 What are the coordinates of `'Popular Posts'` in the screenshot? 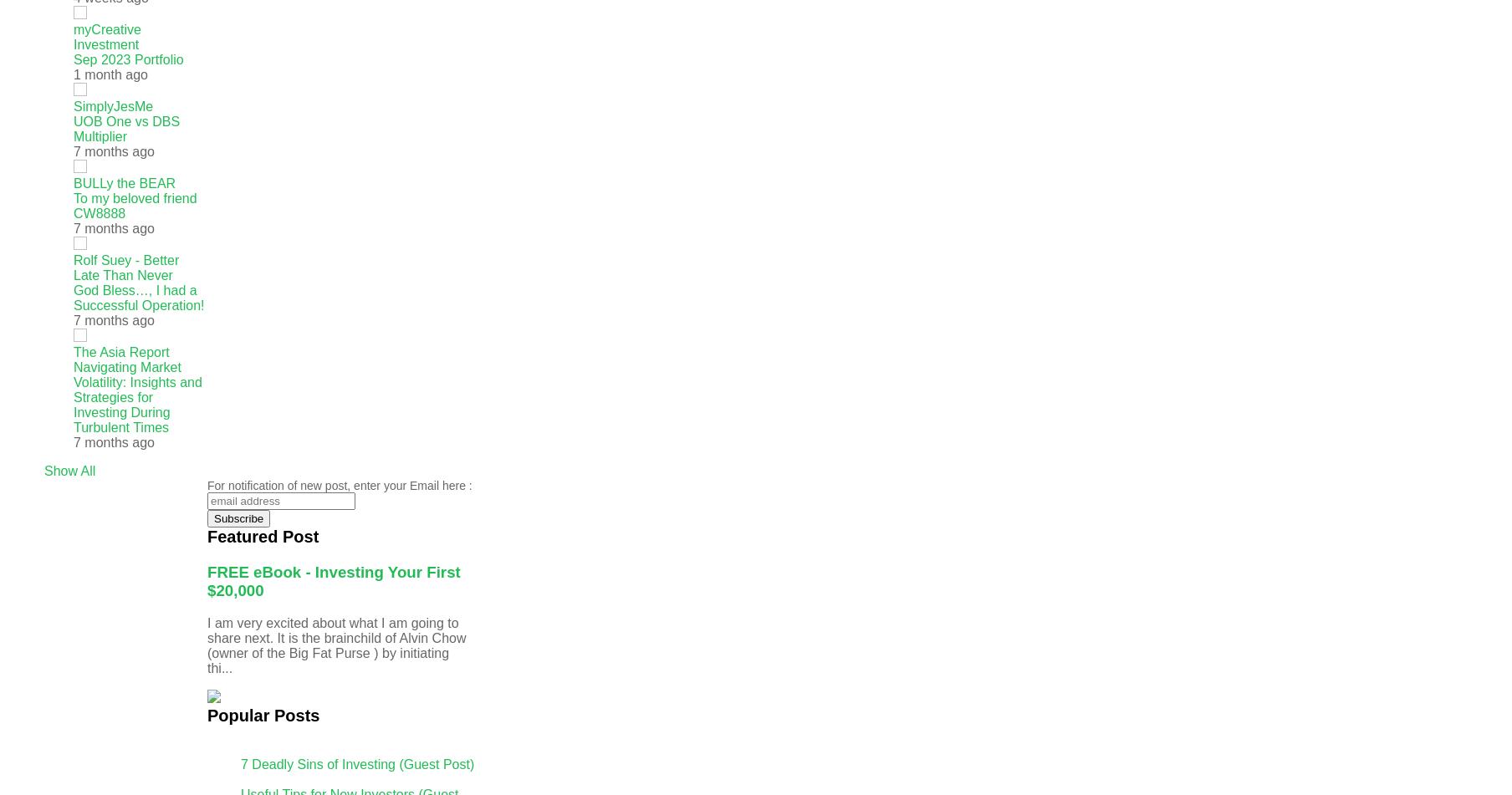 It's located at (263, 714).